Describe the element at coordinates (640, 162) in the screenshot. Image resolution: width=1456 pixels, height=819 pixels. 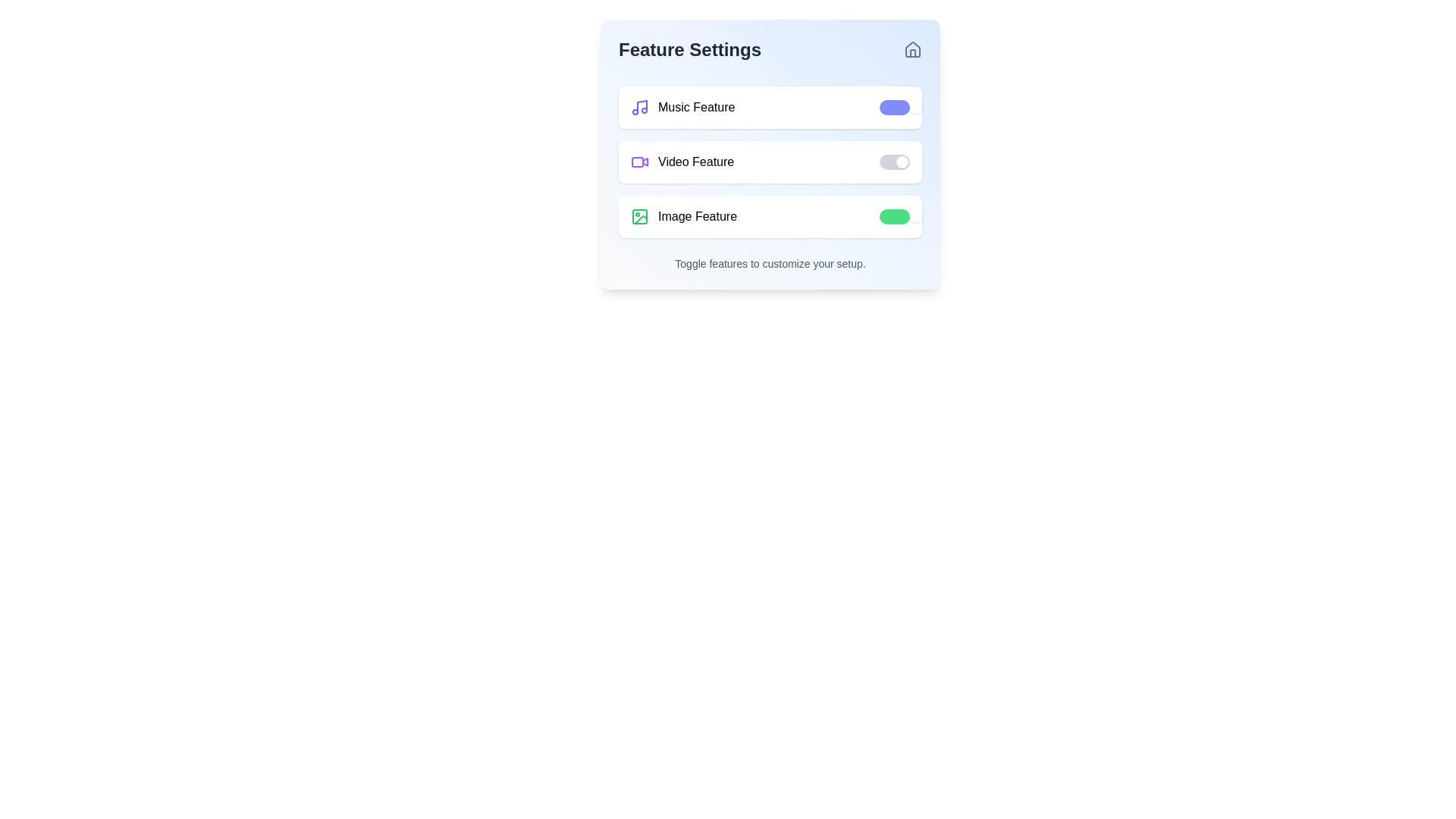
I see `the video feature setting icon located next to the 'Video Feature' label in the second row of the feature settings list` at that location.